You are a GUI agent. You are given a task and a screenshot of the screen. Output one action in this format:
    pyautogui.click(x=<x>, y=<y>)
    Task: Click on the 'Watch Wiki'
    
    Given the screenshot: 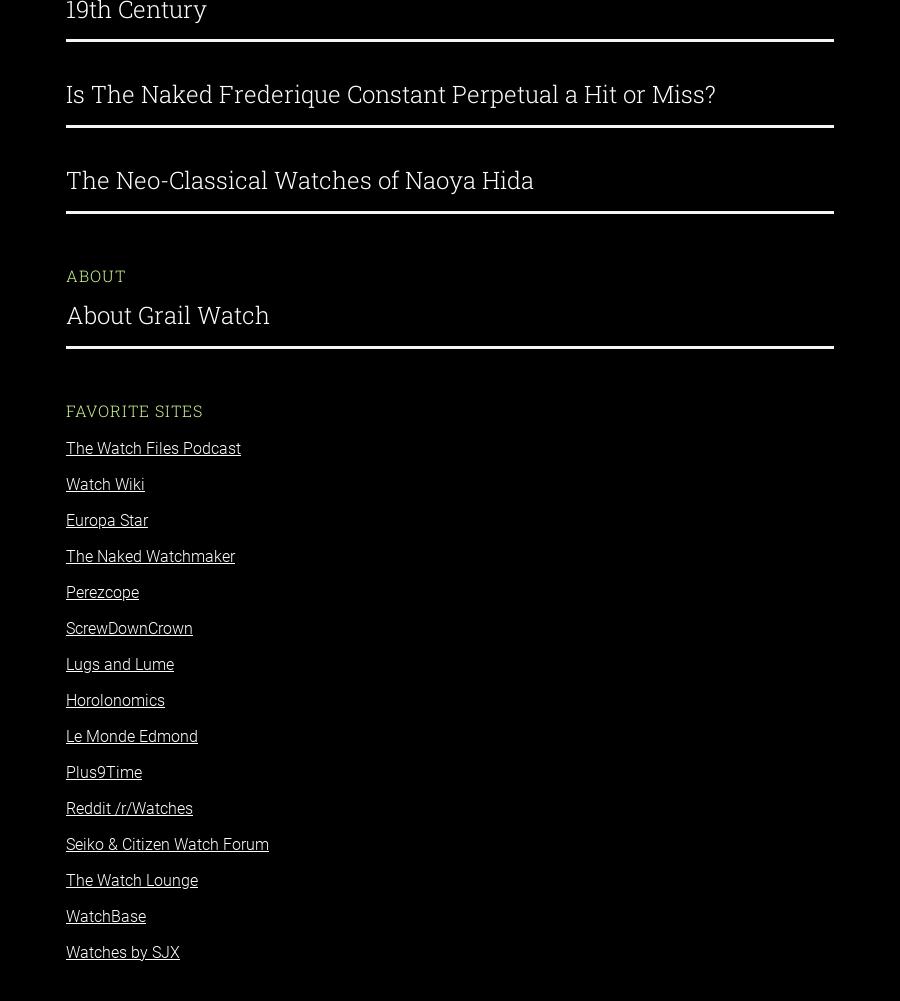 What is the action you would take?
    pyautogui.click(x=104, y=467)
    